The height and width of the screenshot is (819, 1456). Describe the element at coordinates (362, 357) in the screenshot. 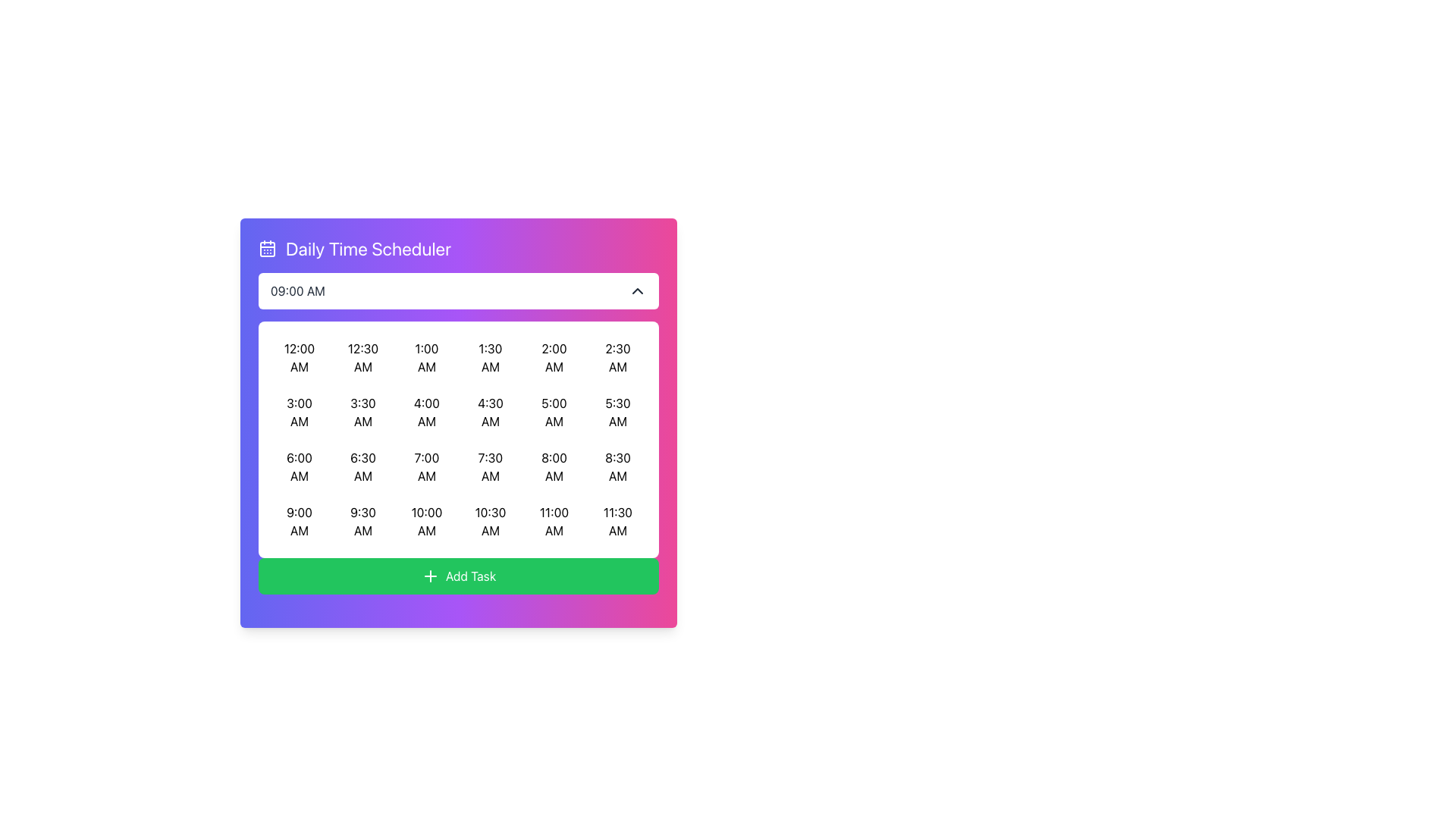

I see `the button-like interactive grid item that allows users to select '12:30 AM' as a time input option` at that location.